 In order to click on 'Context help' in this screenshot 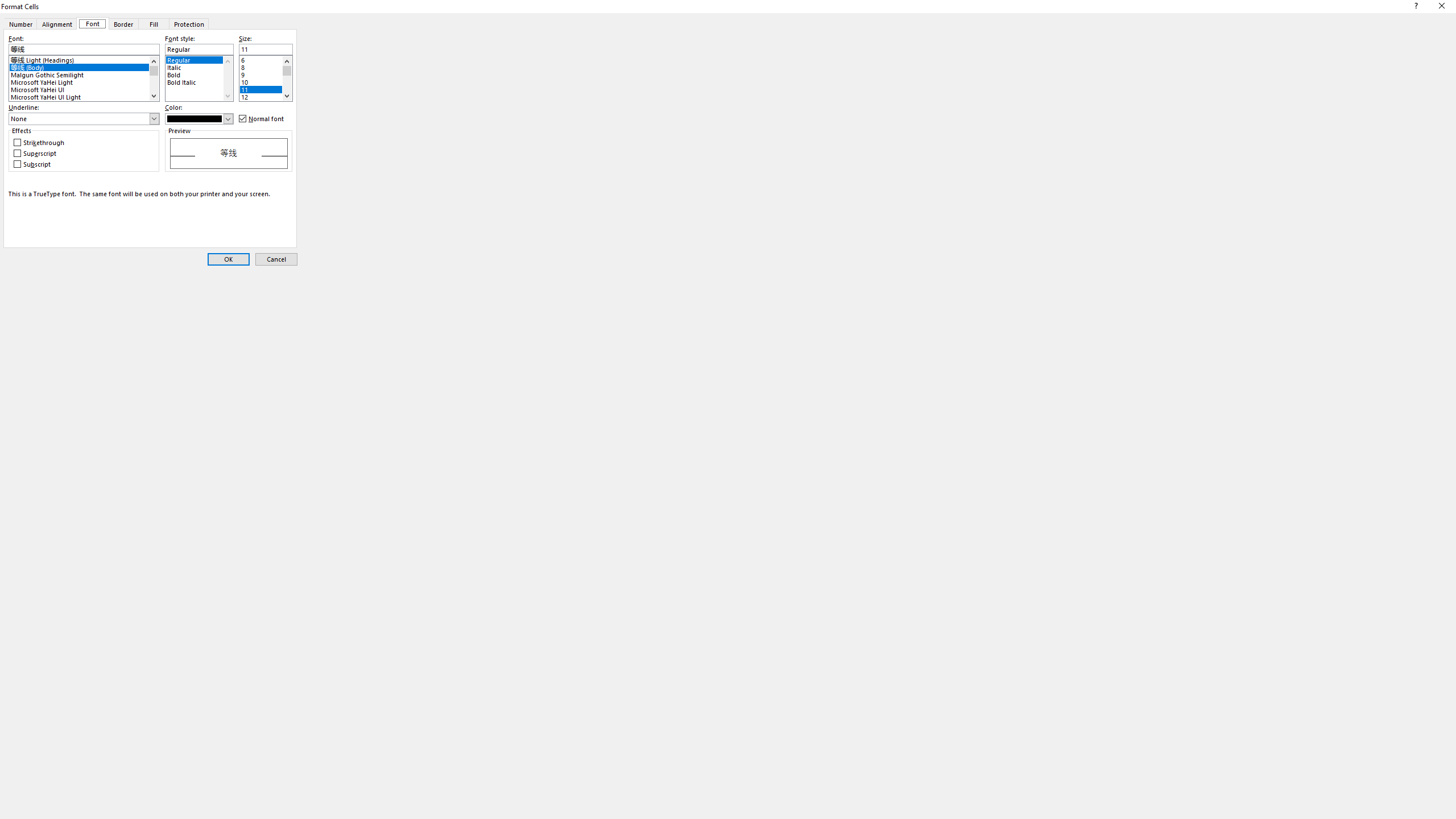, I will do `click(1414, 9)`.